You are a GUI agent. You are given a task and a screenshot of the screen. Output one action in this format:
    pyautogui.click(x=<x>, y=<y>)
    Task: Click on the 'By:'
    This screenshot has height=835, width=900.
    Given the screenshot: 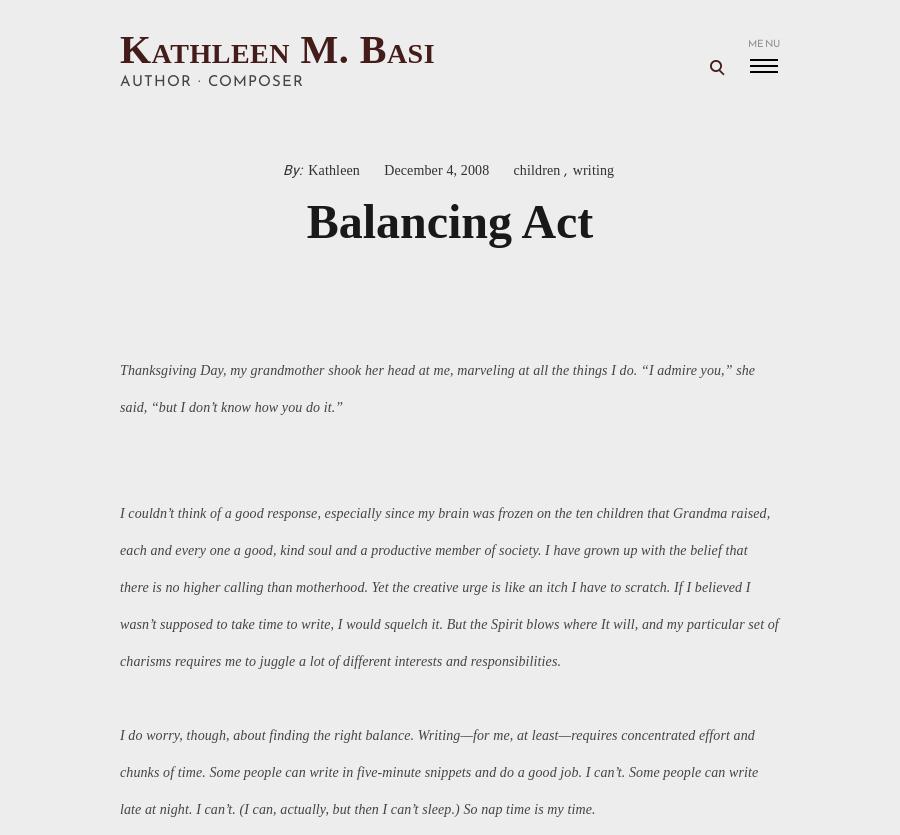 What is the action you would take?
    pyautogui.click(x=292, y=170)
    